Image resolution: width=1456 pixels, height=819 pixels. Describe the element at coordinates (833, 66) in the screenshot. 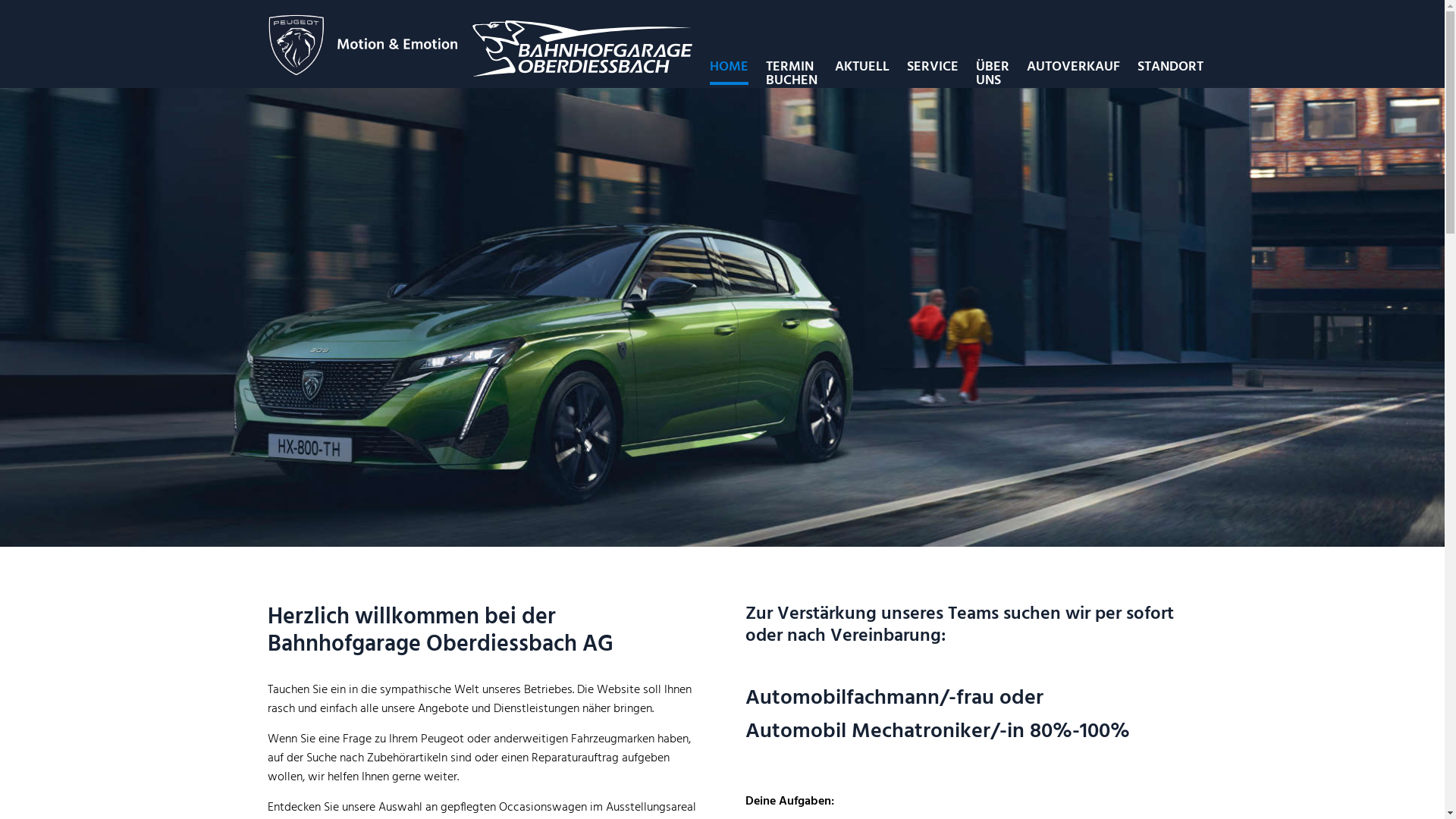

I see `'AKTUELL'` at that location.